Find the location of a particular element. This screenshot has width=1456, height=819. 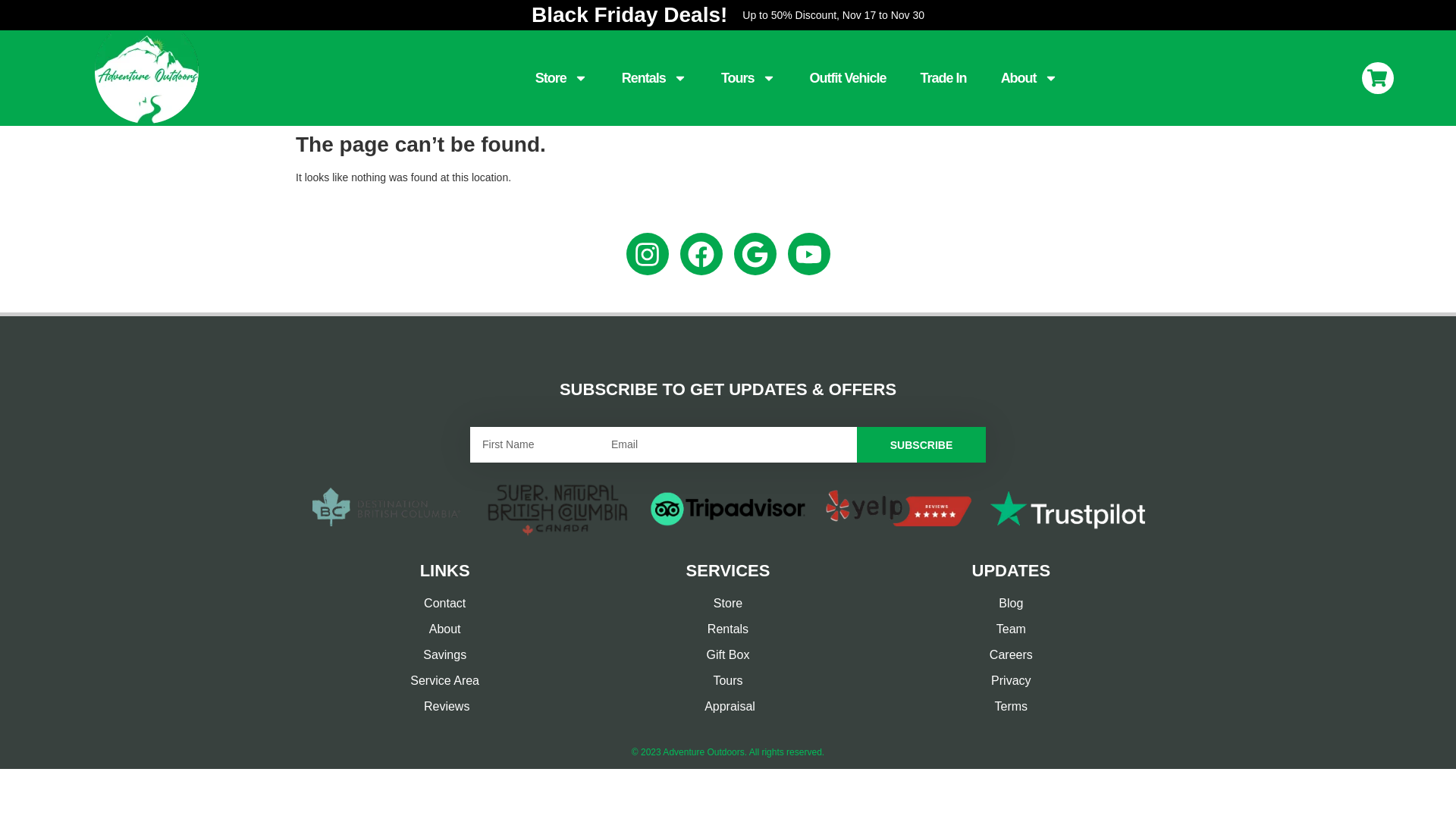

'Privacy' is located at coordinates (1011, 680).